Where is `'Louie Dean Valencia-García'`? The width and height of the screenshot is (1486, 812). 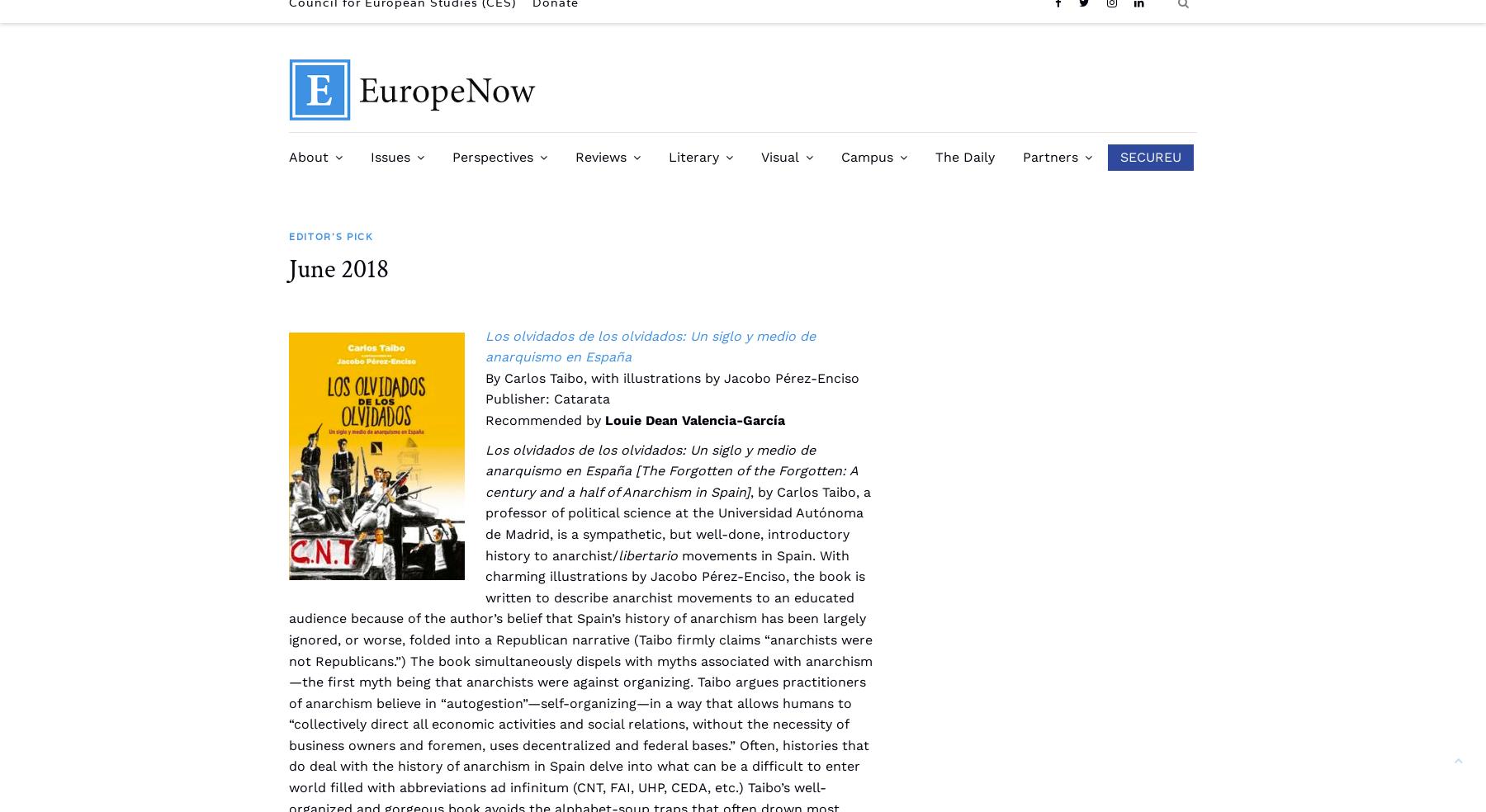 'Louie Dean Valencia-García' is located at coordinates (695, 418).